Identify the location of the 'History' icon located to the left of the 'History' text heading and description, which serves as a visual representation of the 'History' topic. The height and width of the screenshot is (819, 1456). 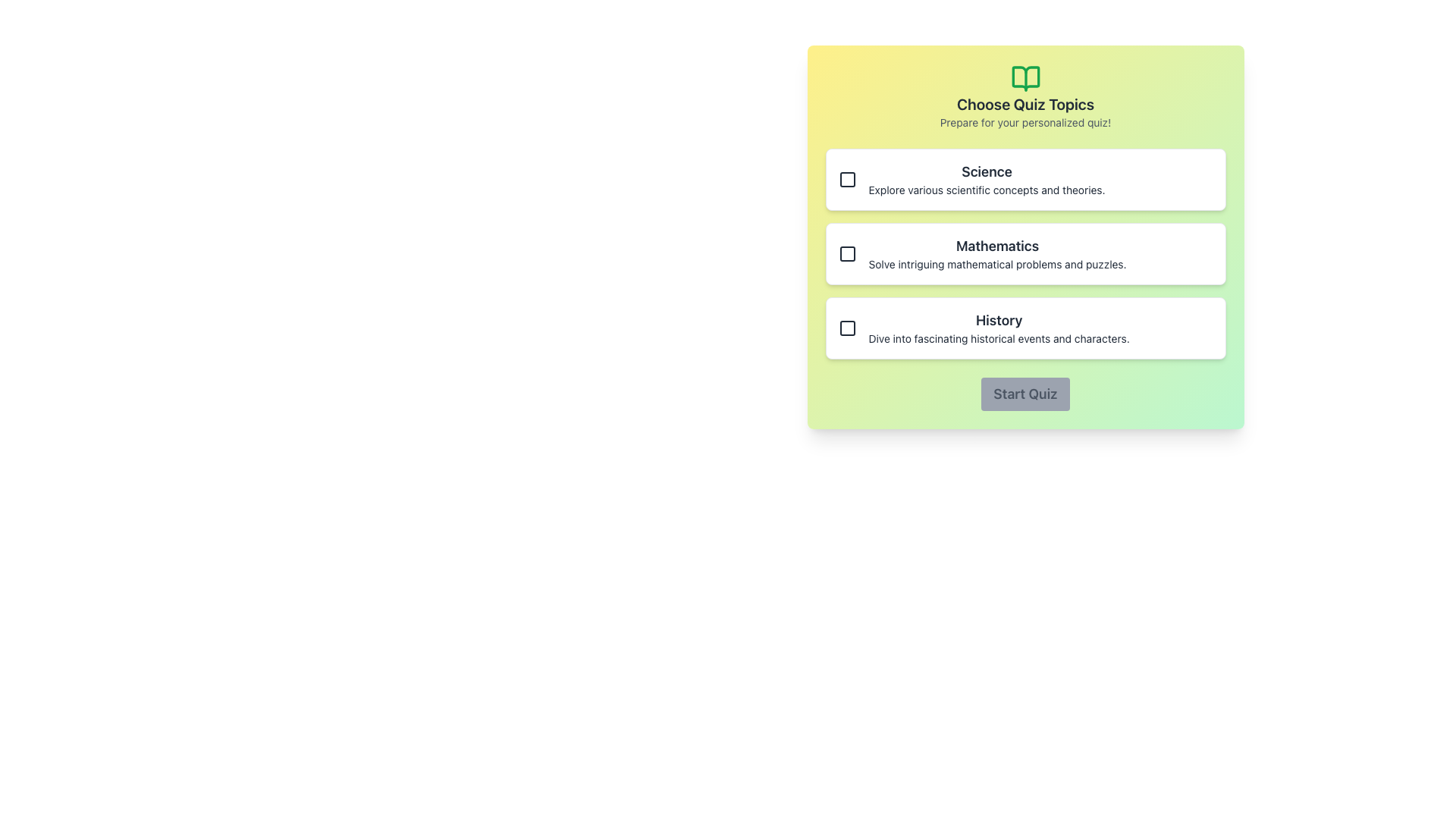
(846, 327).